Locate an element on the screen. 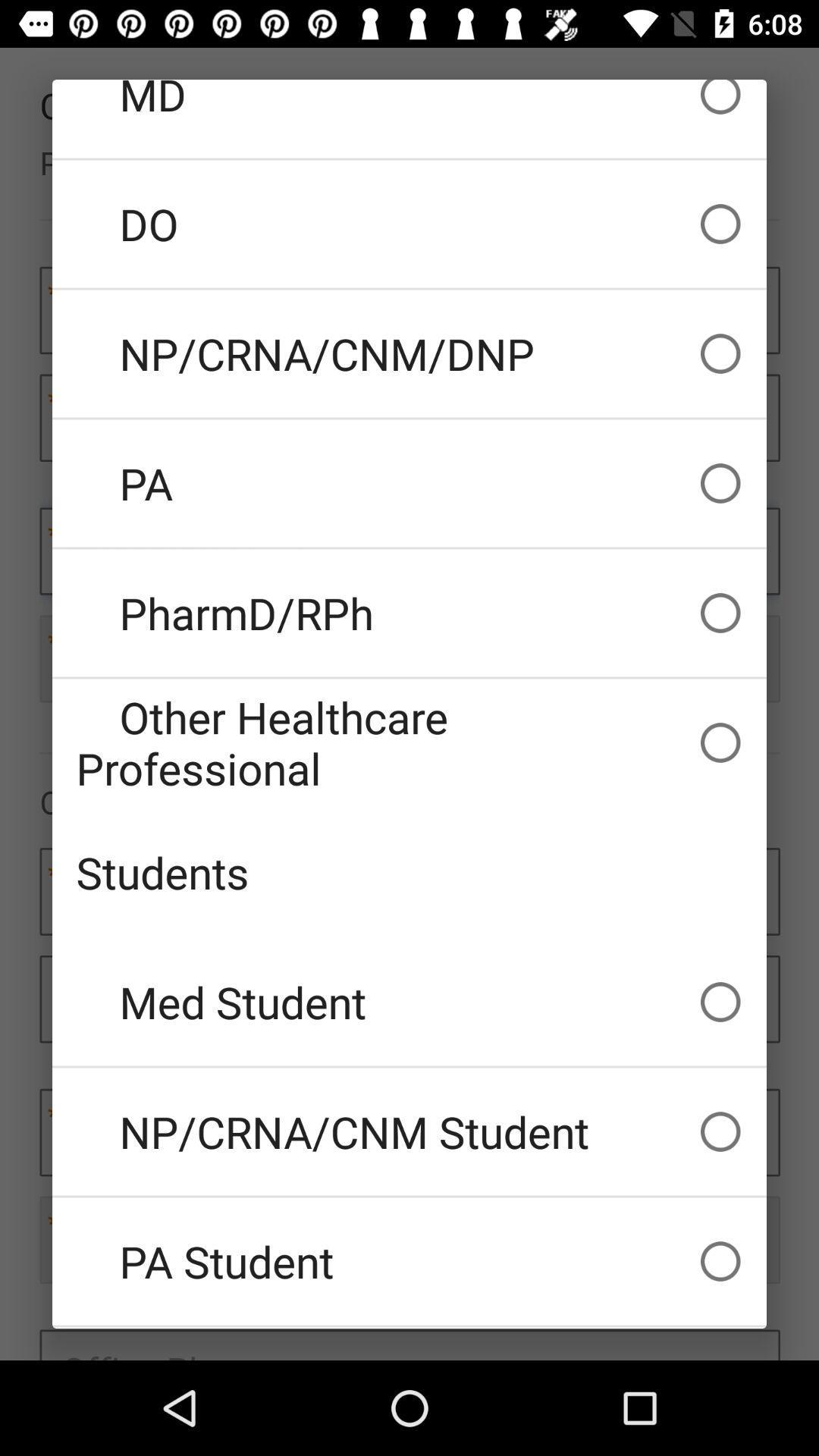 This screenshot has height=1456, width=819. other healthcare professional item is located at coordinates (409, 742).